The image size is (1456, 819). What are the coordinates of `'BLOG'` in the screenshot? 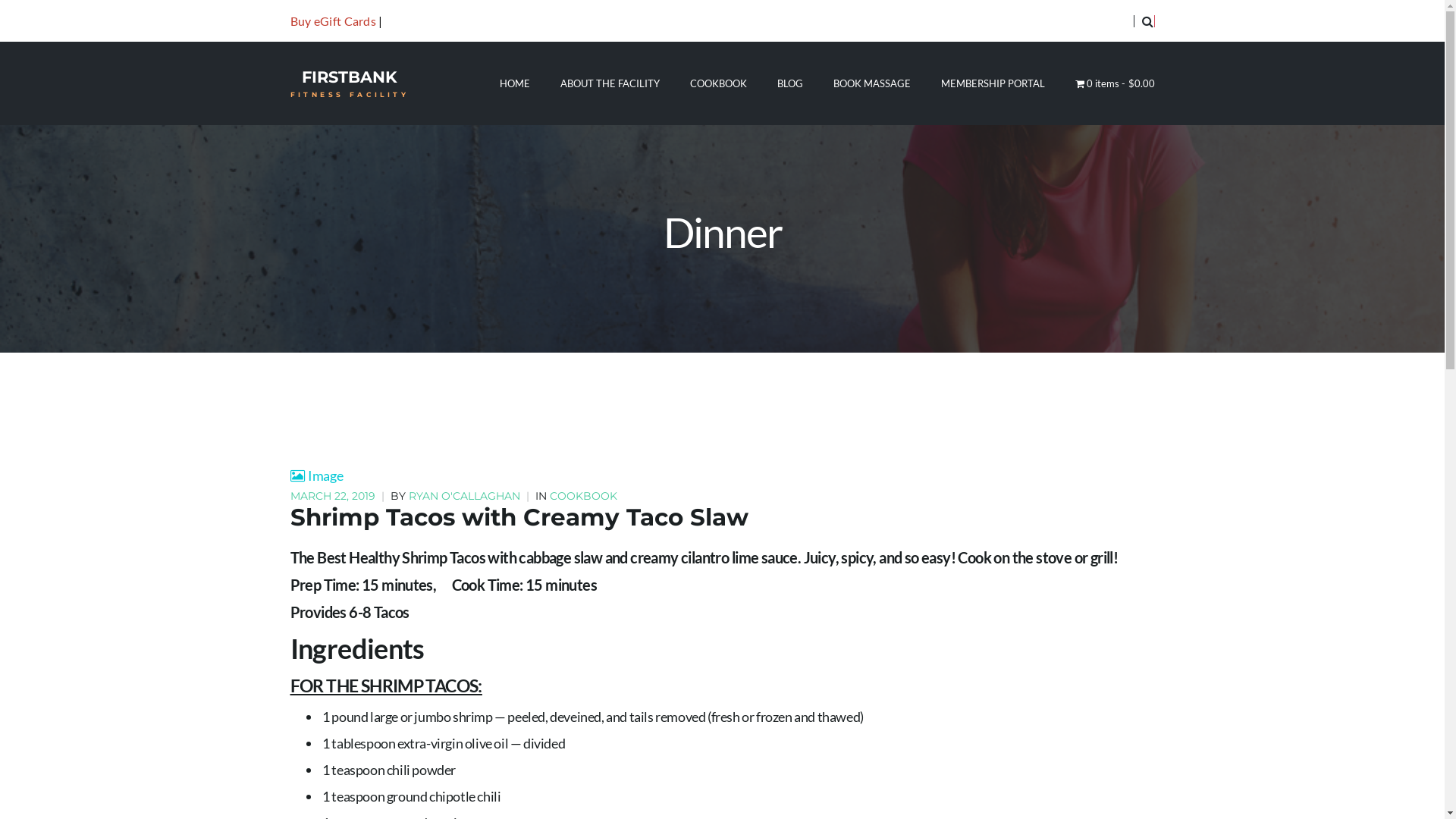 It's located at (789, 83).